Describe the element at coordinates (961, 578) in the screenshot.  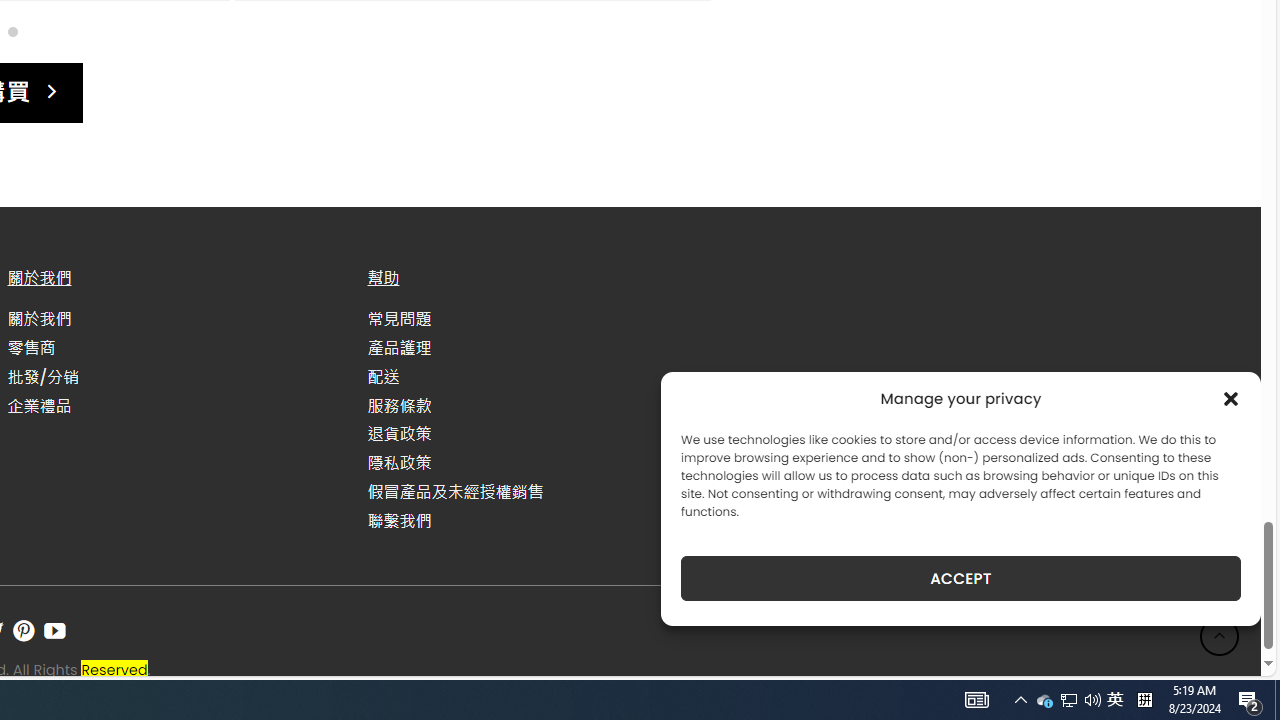
I see `'ACCEPT'` at that location.